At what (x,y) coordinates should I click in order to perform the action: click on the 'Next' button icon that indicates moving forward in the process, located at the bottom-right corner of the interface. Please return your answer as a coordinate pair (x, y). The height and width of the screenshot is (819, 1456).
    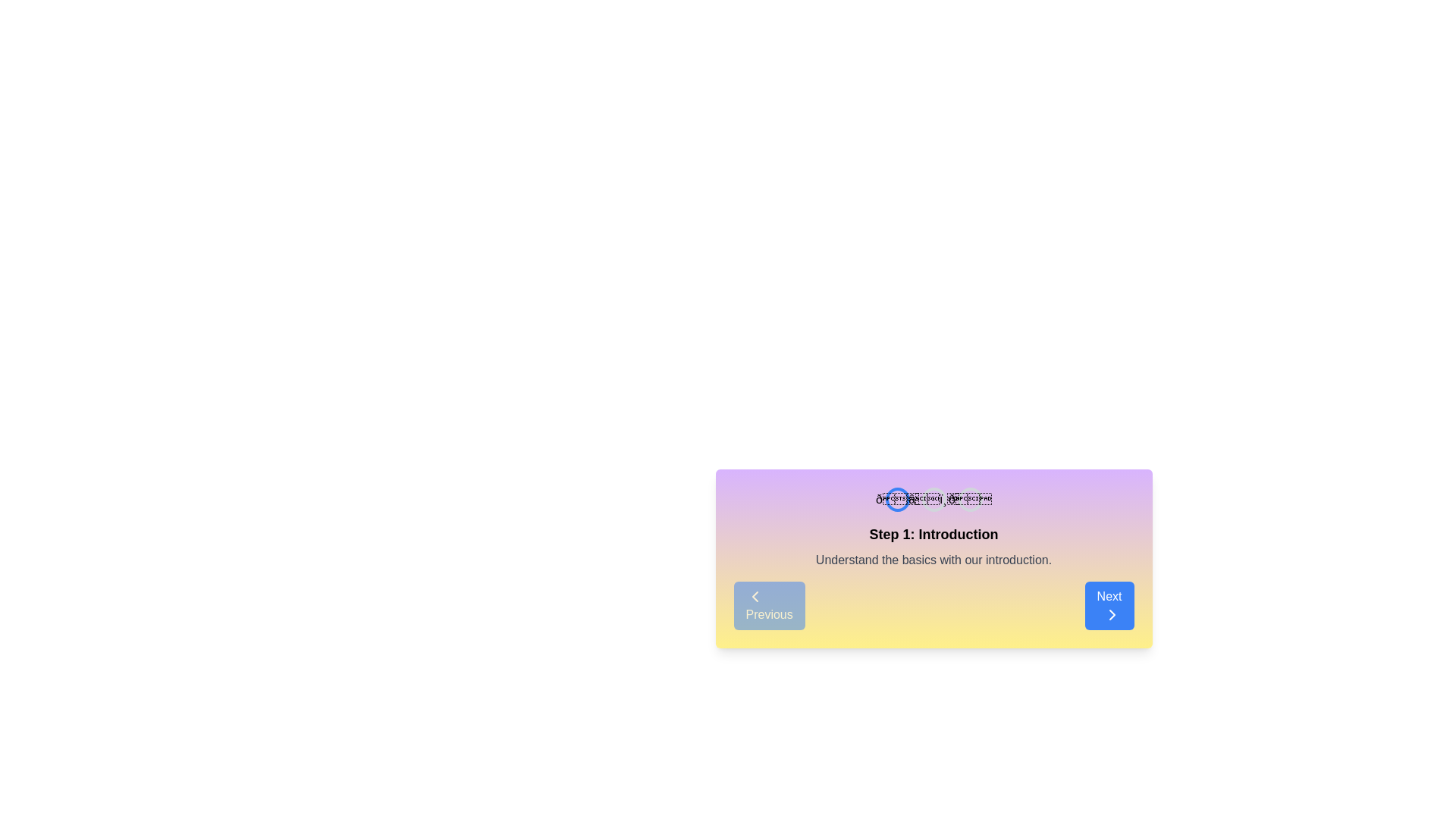
    Looking at the image, I should click on (1112, 614).